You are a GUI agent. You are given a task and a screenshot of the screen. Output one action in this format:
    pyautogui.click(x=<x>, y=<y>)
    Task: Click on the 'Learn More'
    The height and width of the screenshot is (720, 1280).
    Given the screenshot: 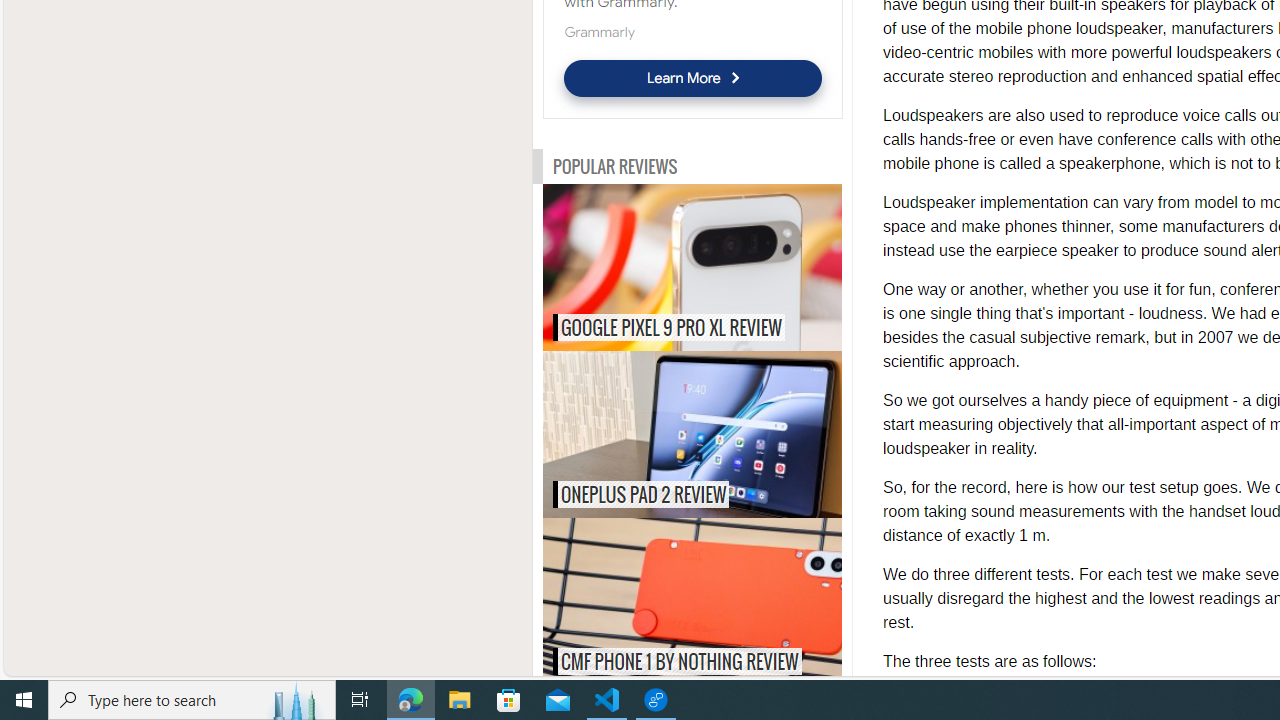 What is the action you would take?
    pyautogui.click(x=692, y=77)
    